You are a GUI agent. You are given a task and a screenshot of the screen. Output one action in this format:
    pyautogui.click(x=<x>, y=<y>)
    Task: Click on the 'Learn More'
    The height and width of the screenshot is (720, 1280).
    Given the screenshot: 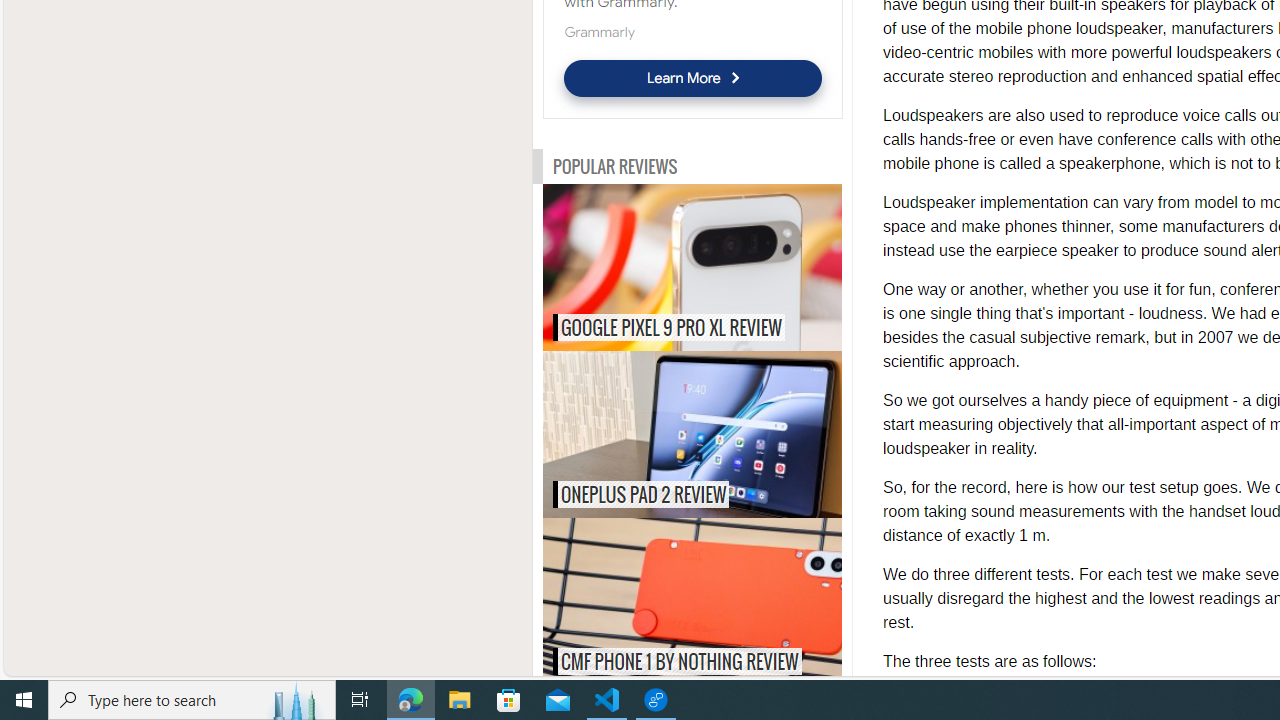 What is the action you would take?
    pyautogui.click(x=692, y=77)
    